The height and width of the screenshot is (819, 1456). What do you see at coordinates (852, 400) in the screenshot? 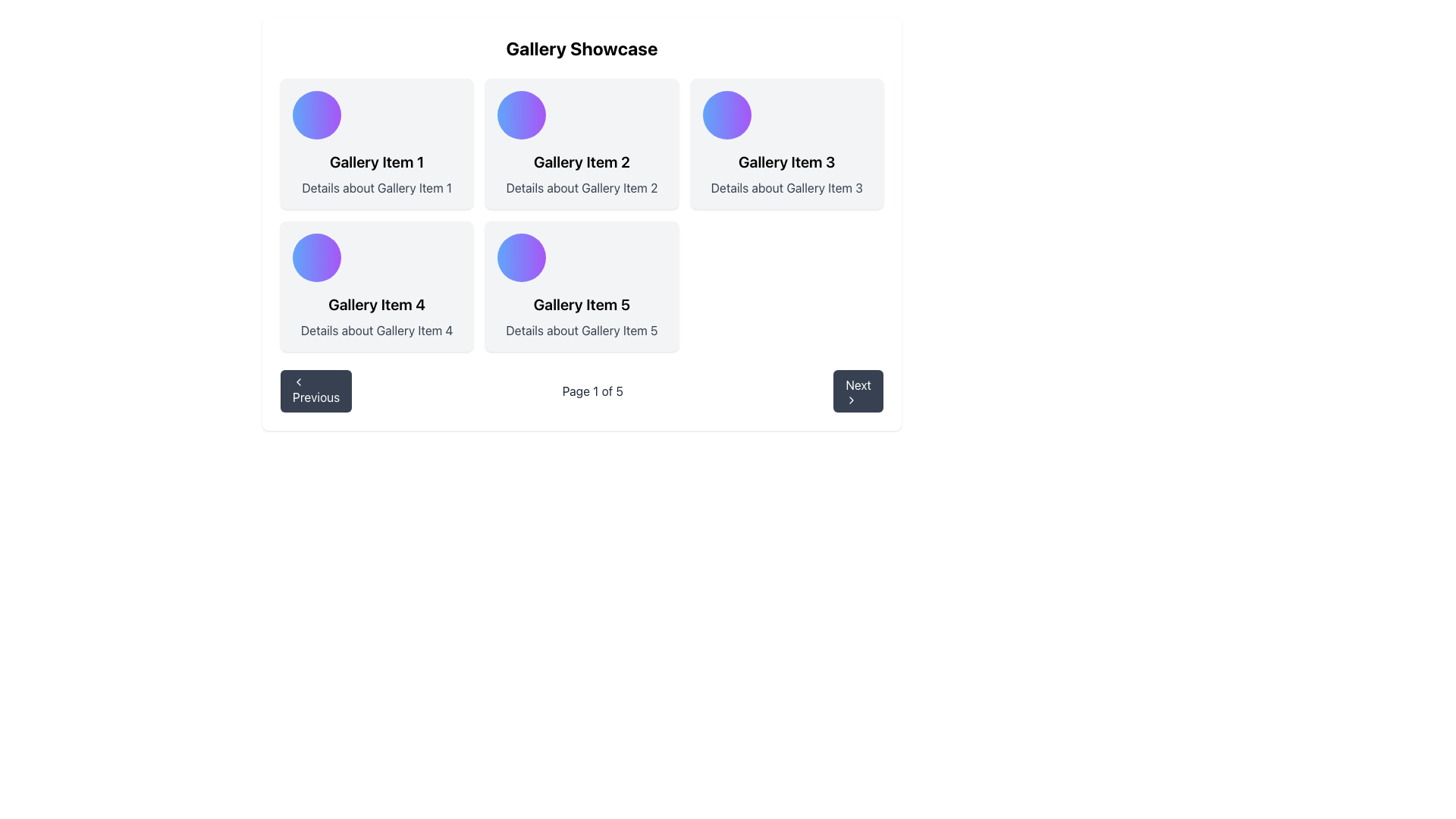
I see `the rightward-pointing chevron icon that is centered within the 'Next' button at the bottom-right corner of the interface` at bounding box center [852, 400].